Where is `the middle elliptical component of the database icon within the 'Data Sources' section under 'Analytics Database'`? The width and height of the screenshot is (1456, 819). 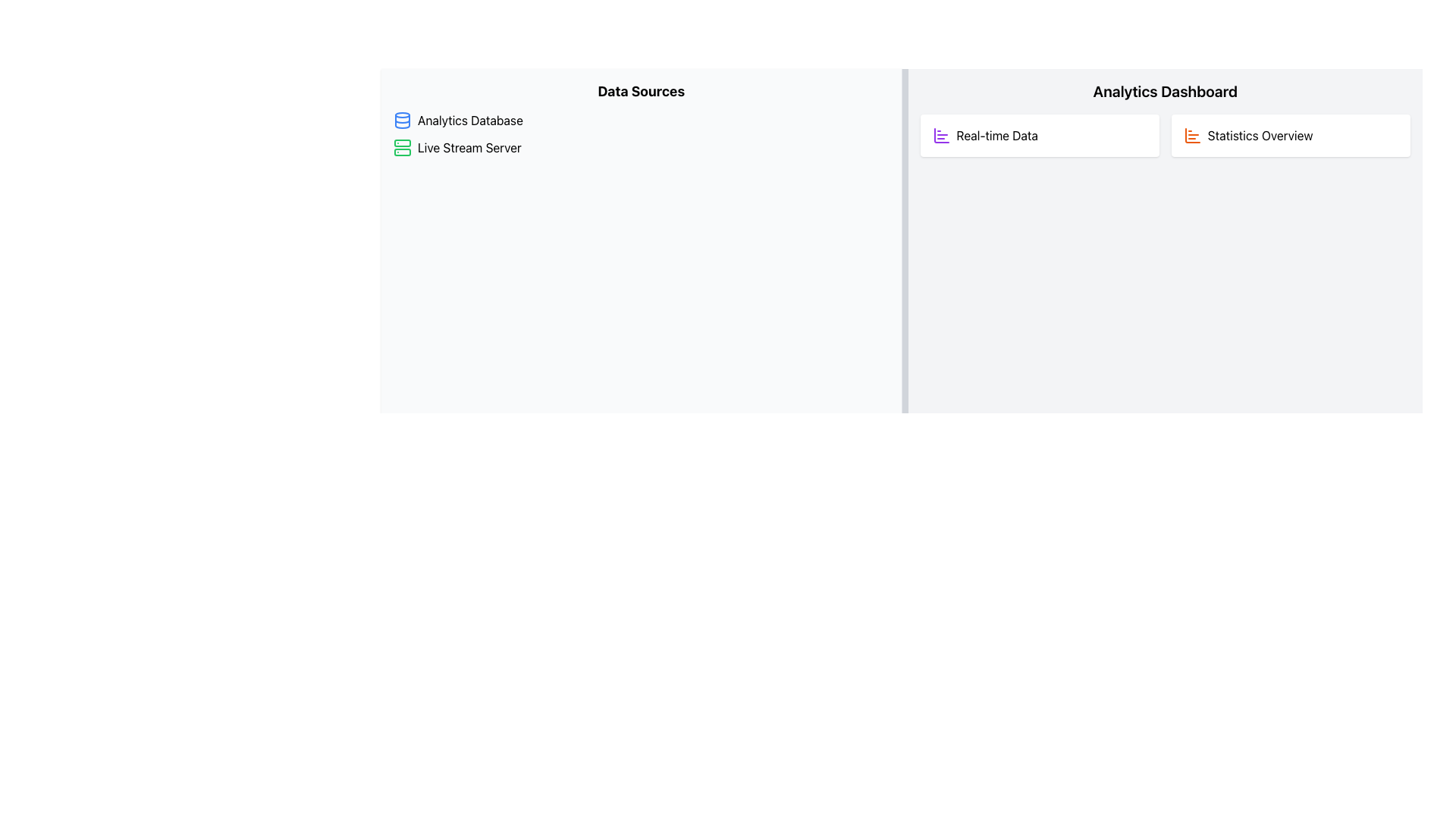
the middle elliptical component of the database icon within the 'Data Sources' section under 'Analytics Database' is located at coordinates (403, 120).